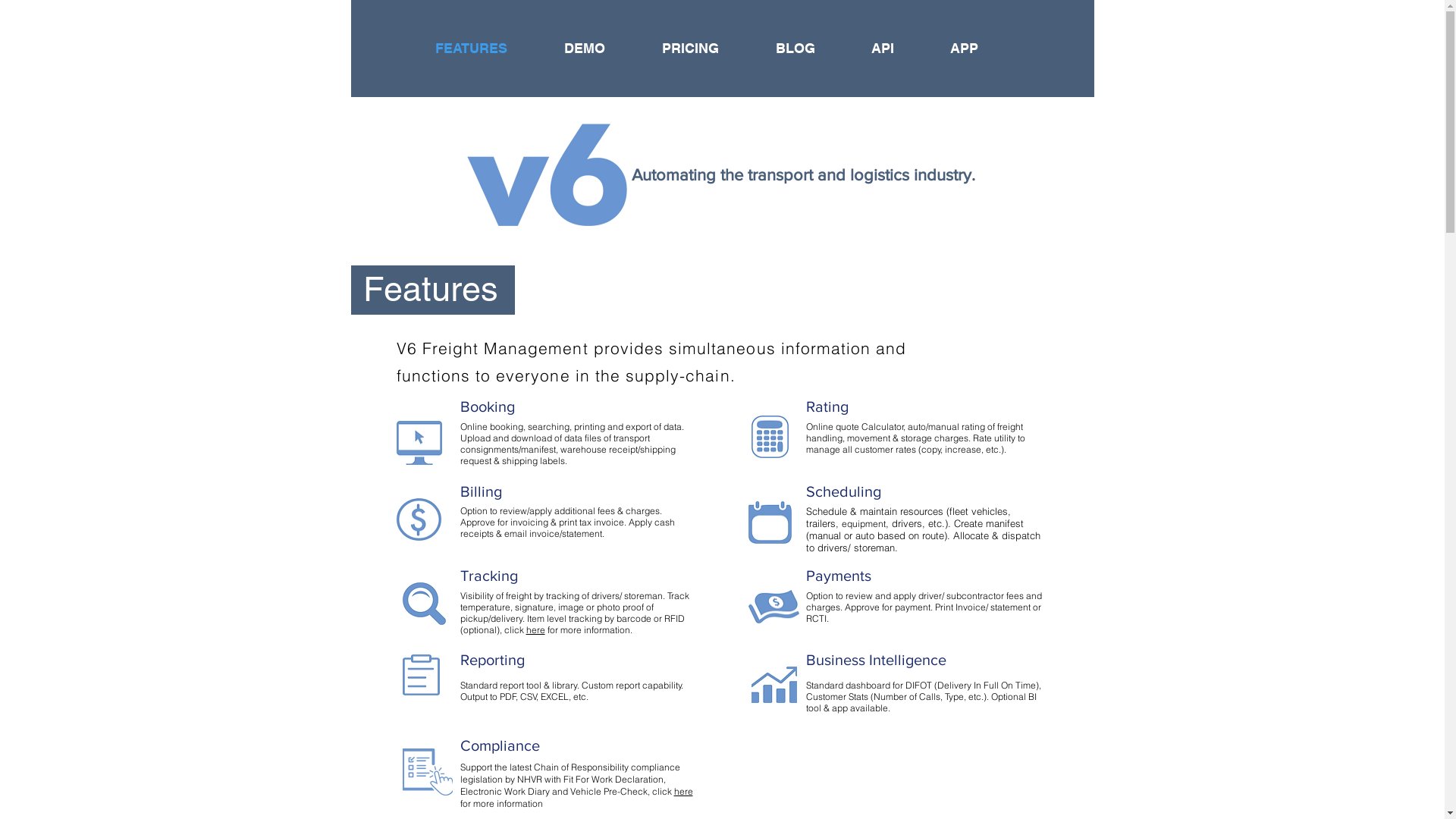 This screenshot has width=1456, height=819. I want to click on 'BLOG', so click(811, 48).